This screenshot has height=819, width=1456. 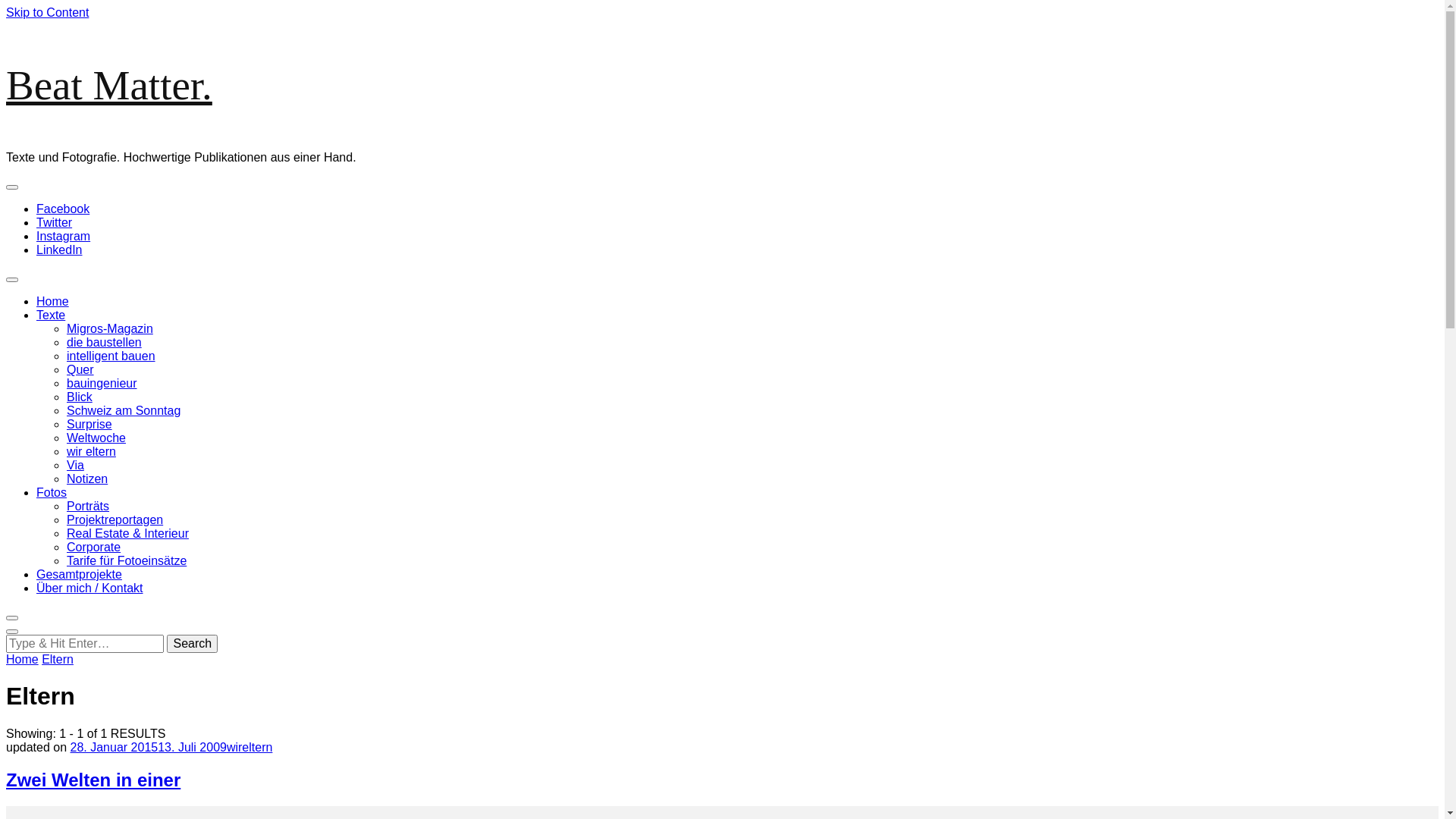 I want to click on 'Schweiz am Sonntag', so click(x=124, y=410).